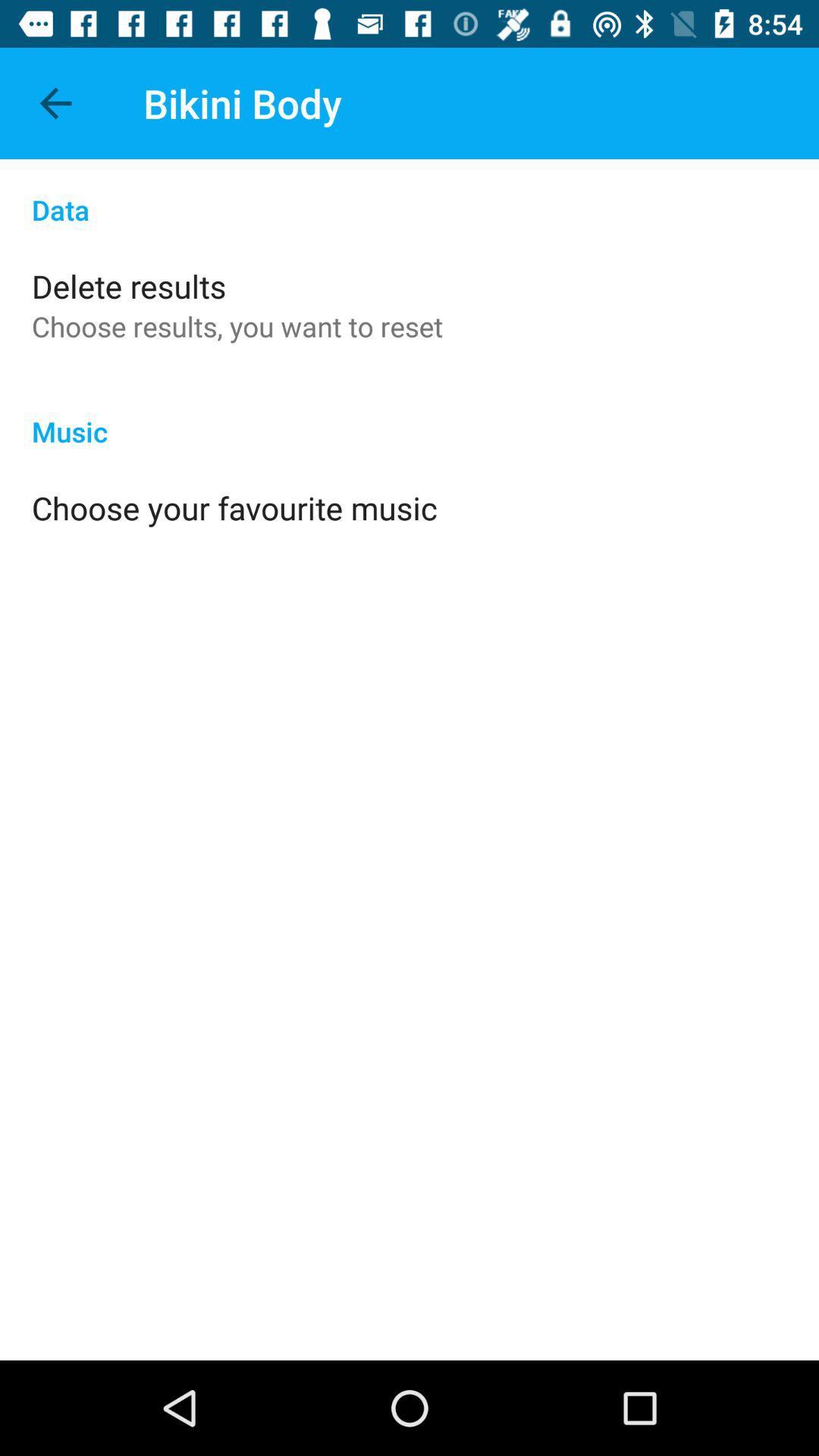 The image size is (819, 1456). What do you see at coordinates (55, 102) in the screenshot?
I see `the app to the left of bikini body` at bounding box center [55, 102].